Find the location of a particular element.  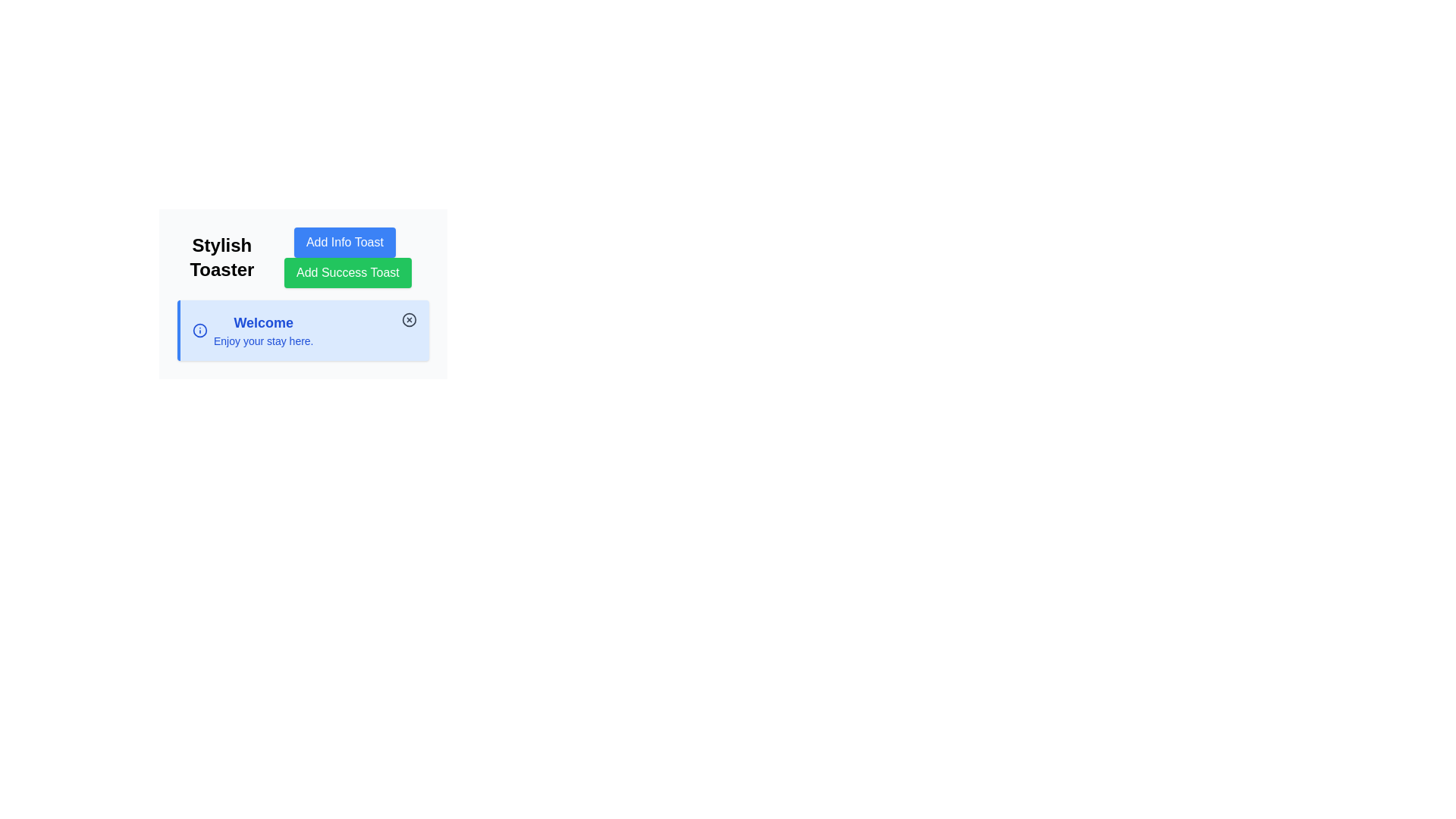

the button located at the top-middle part of the interface is located at coordinates (344, 242).